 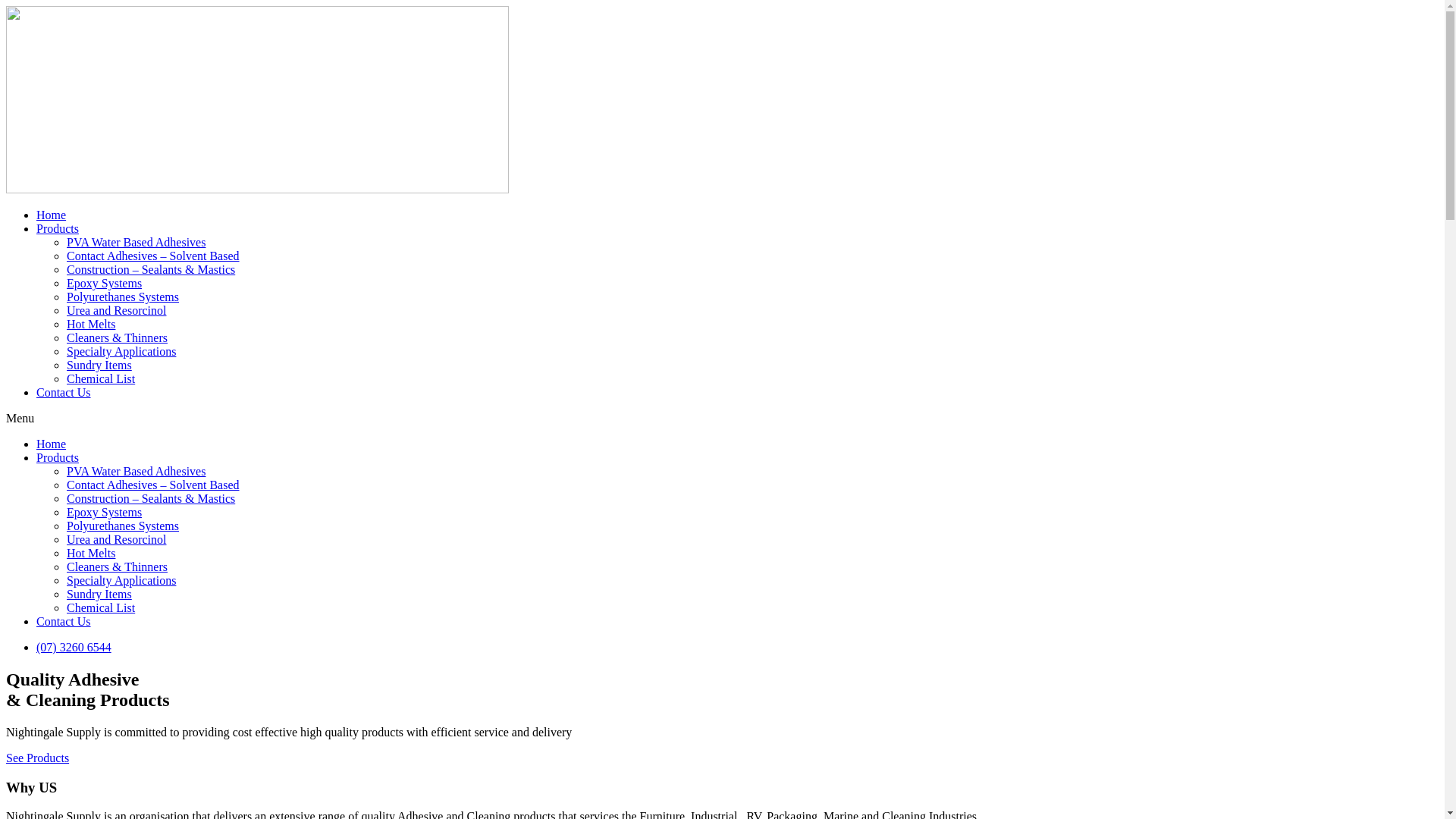 I want to click on 'Hot Melts', so click(x=65, y=553).